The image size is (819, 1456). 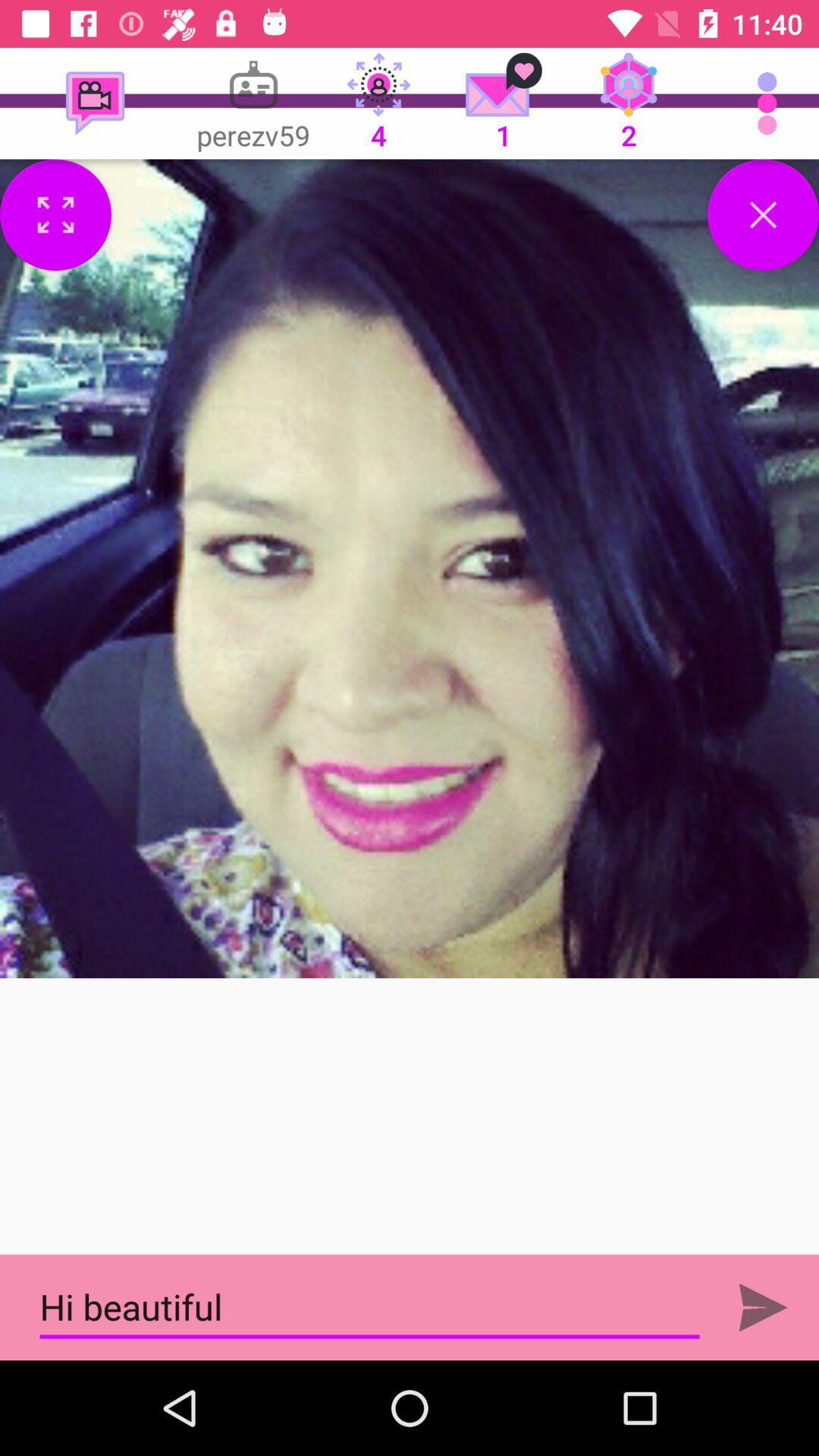 What do you see at coordinates (55, 214) in the screenshot?
I see `full screen` at bounding box center [55, 214].